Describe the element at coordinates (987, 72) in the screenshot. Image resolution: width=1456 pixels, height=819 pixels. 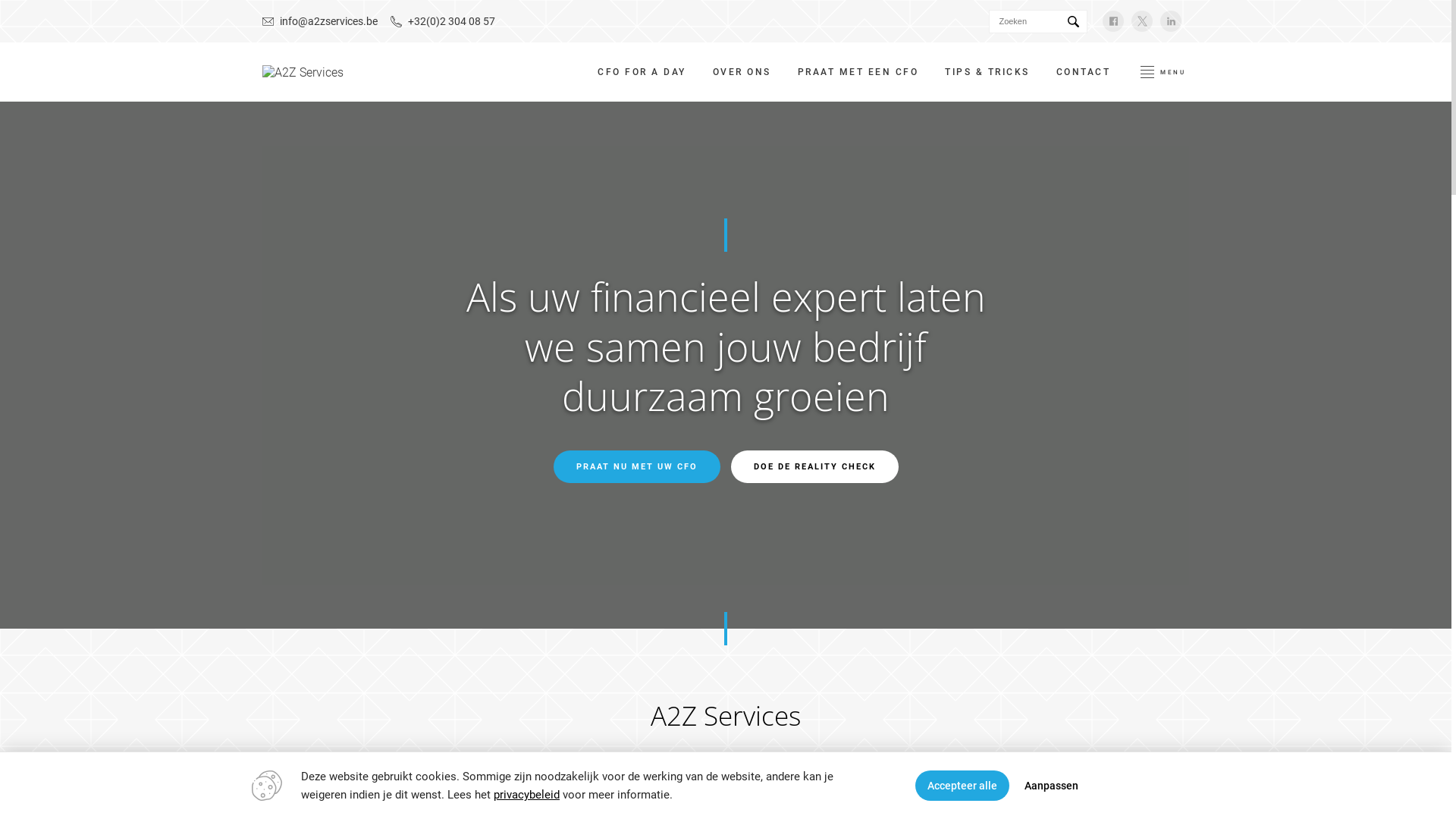
I see `'TIPS & TRICKS'` at that location.